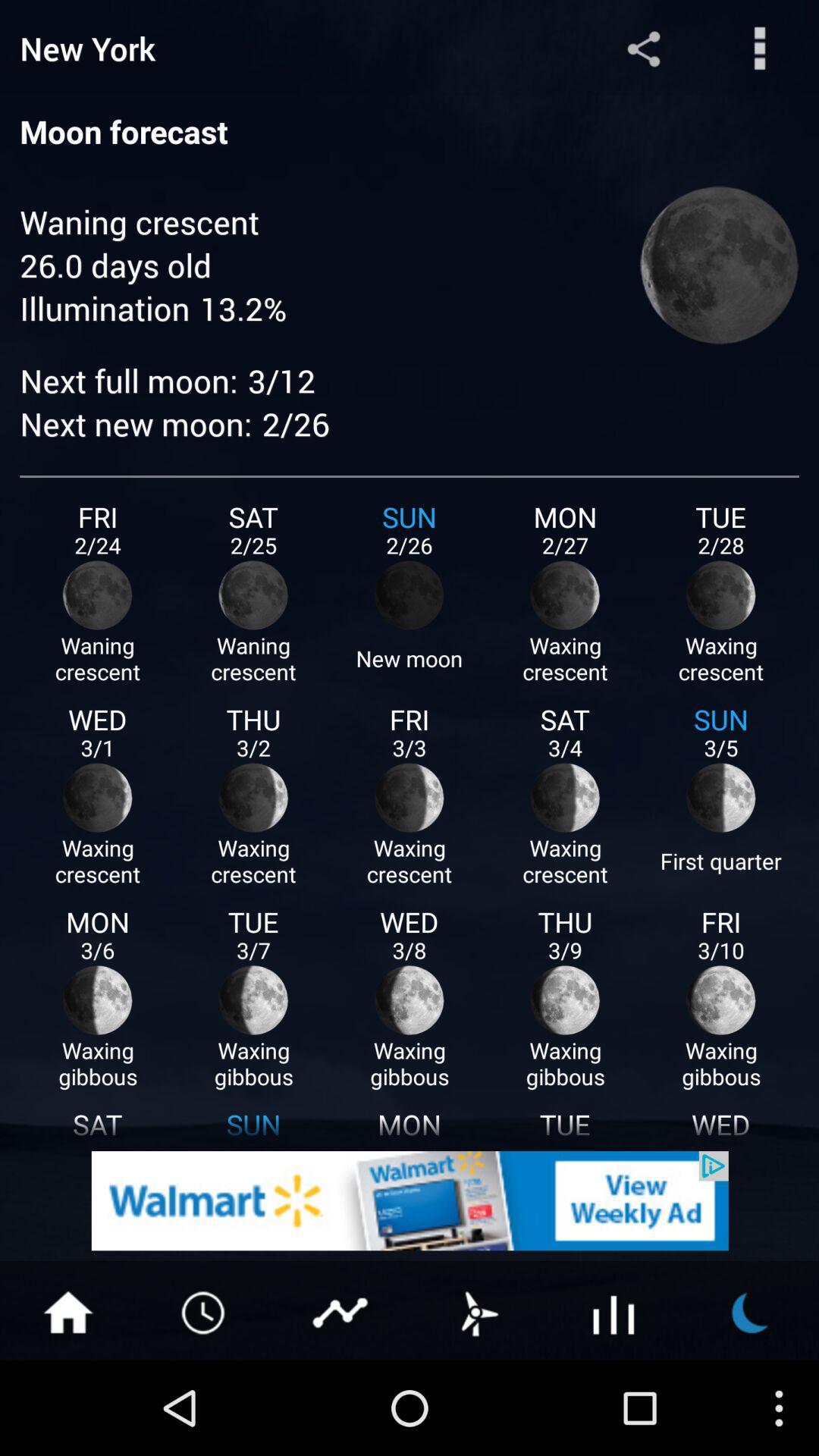  What do you see at coordinates (205, 1310) in the screenshot?
I see `time option` at bounding box center [205, 1310].